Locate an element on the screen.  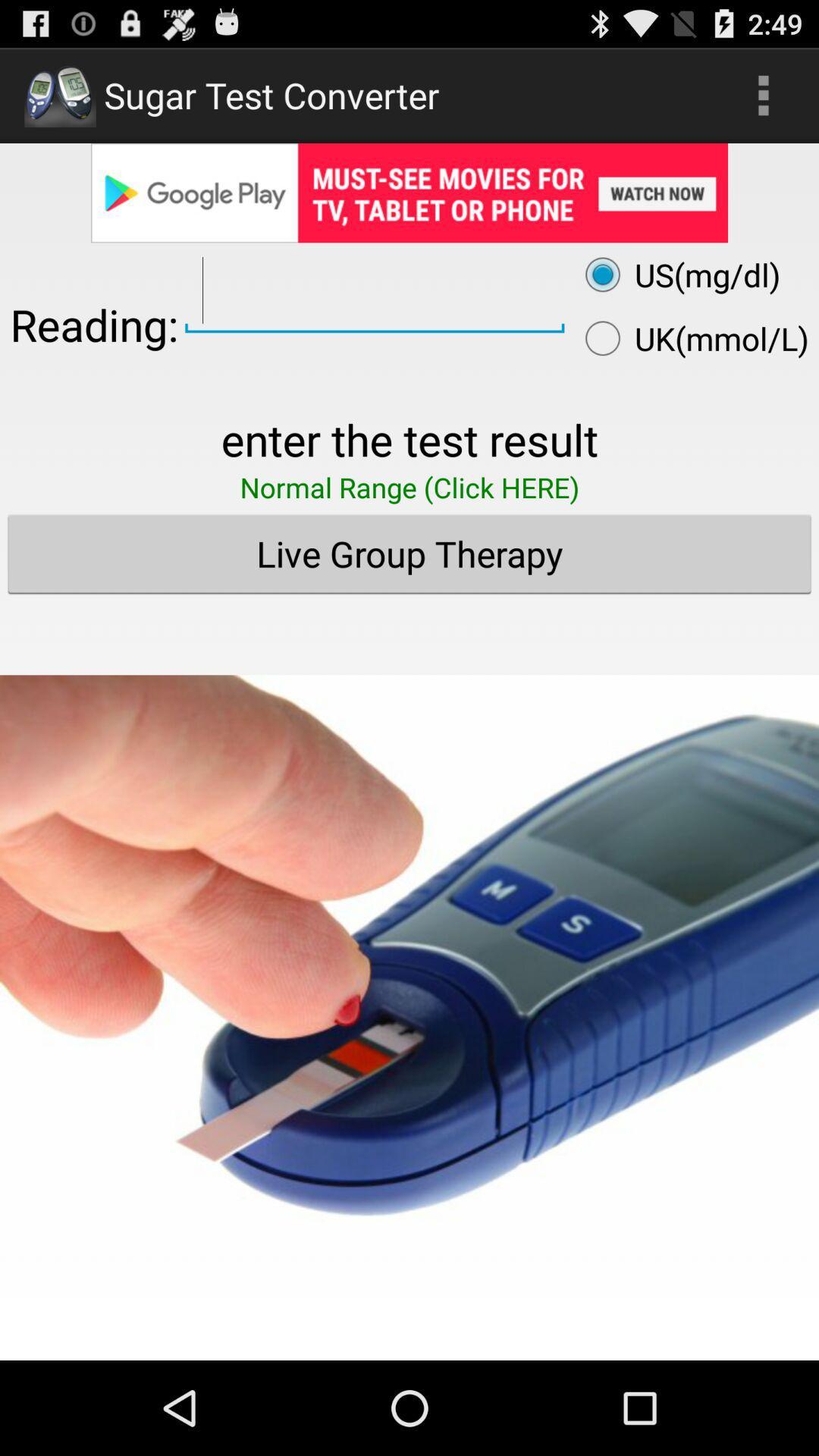
values is located at coordinates (375, 291).